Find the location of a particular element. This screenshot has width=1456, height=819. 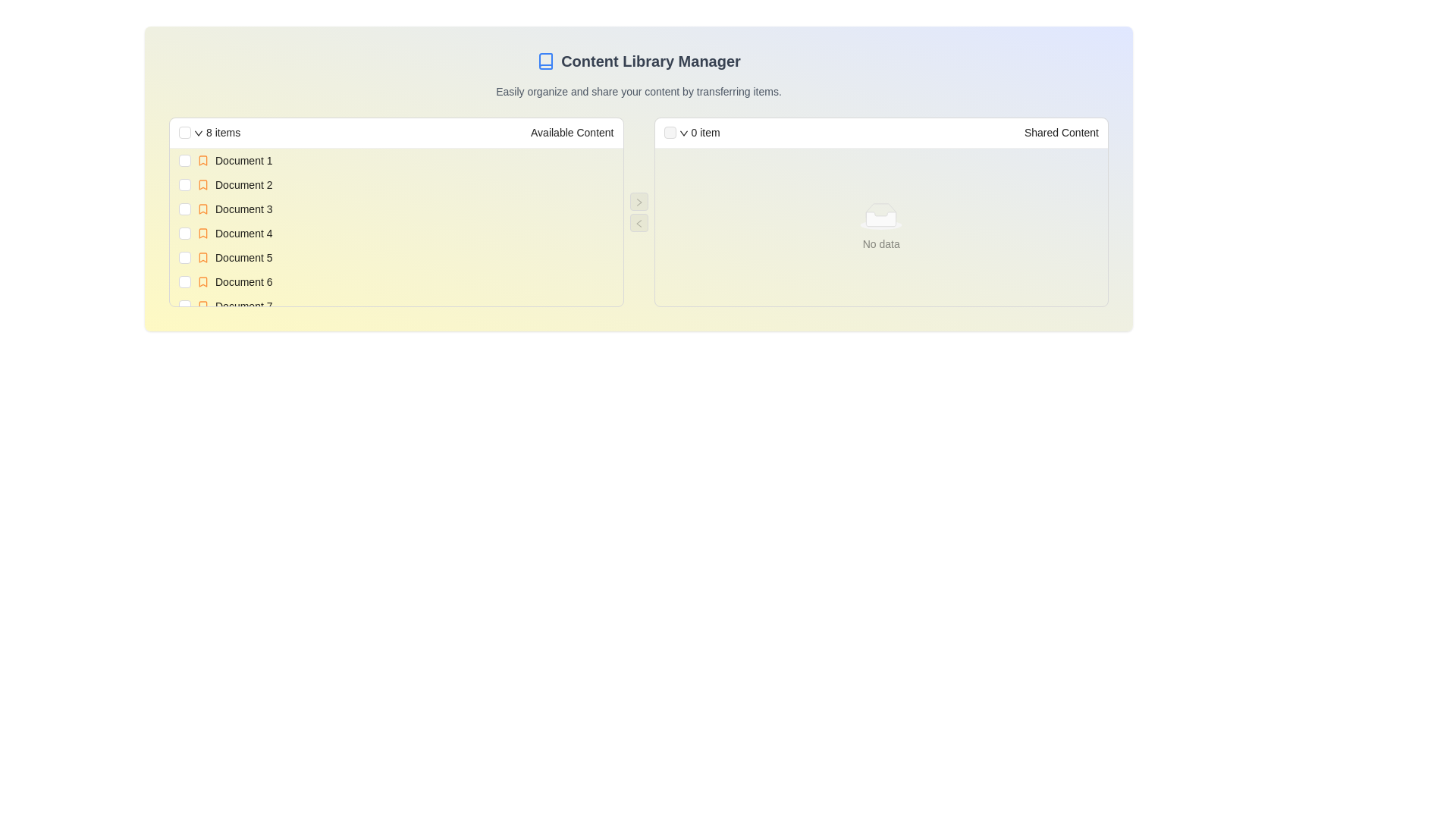

the bookmark icon located is located at coordinates (202, 306).